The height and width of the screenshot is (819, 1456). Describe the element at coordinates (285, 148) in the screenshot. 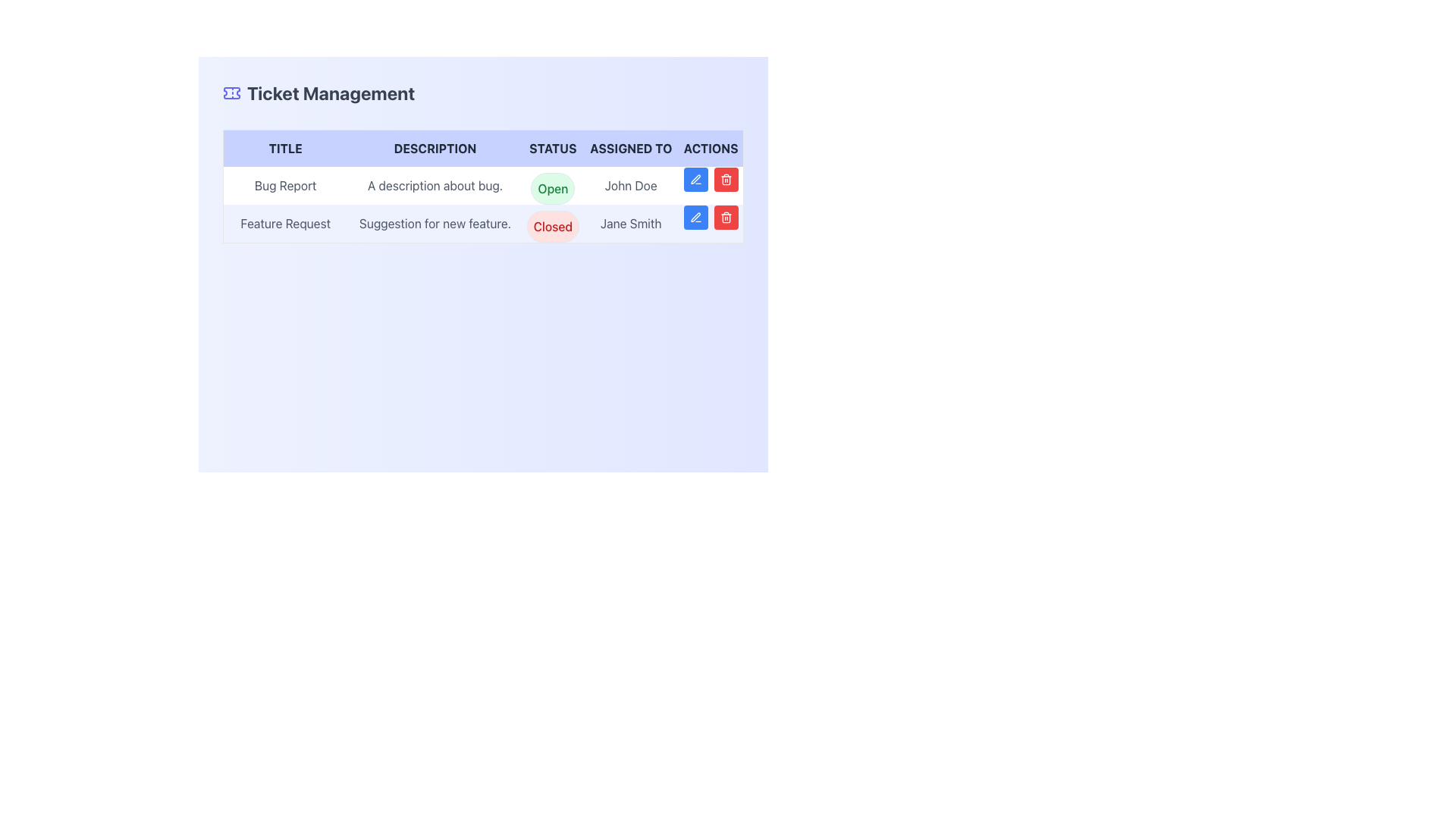

I see `the header label for the 'Title' column in the tabular layout, located at the top-left corner of the content section` at that location.